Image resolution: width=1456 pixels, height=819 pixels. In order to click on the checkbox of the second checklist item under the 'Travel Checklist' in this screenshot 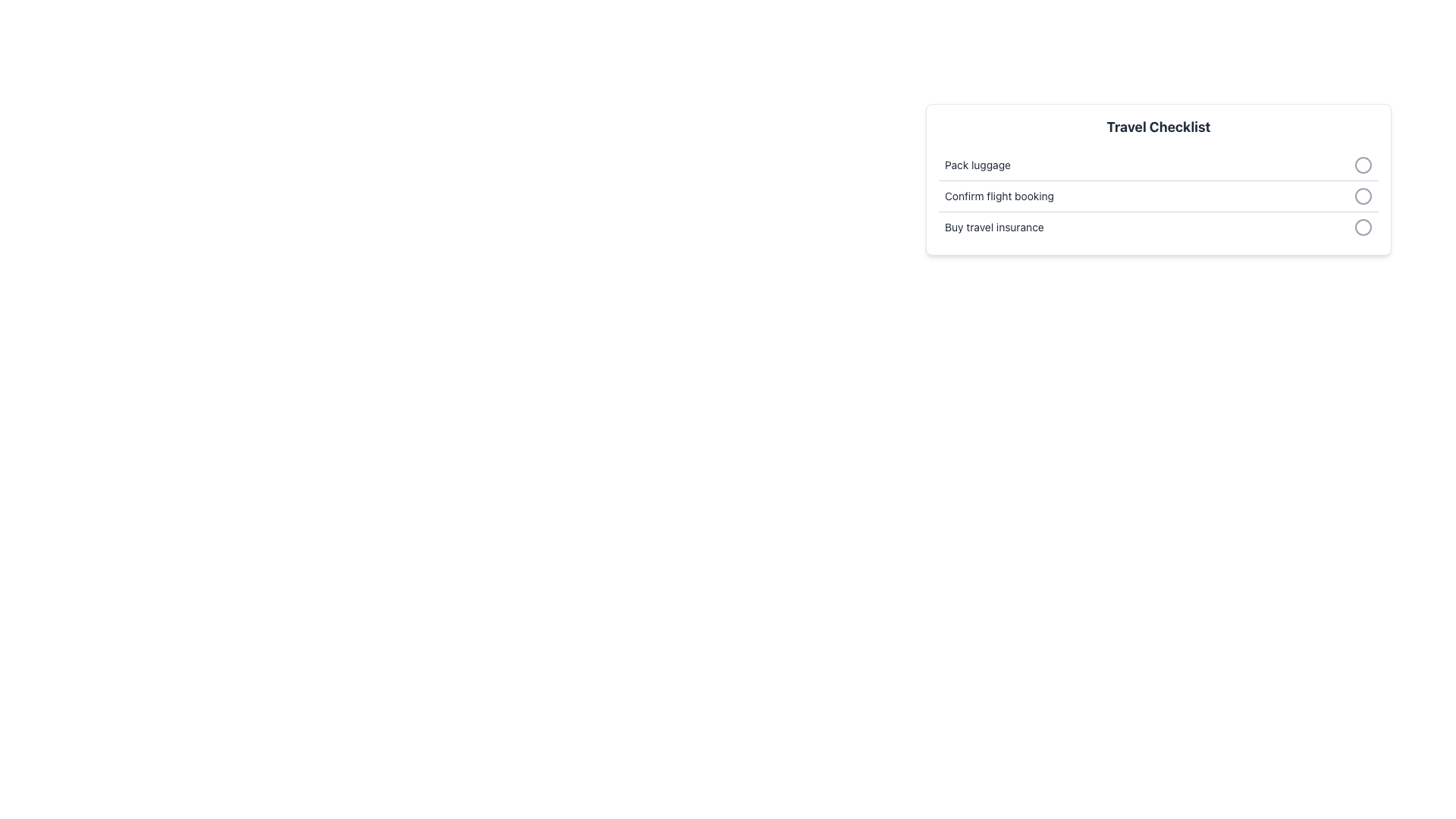, I will do `click(1157, 195)`.